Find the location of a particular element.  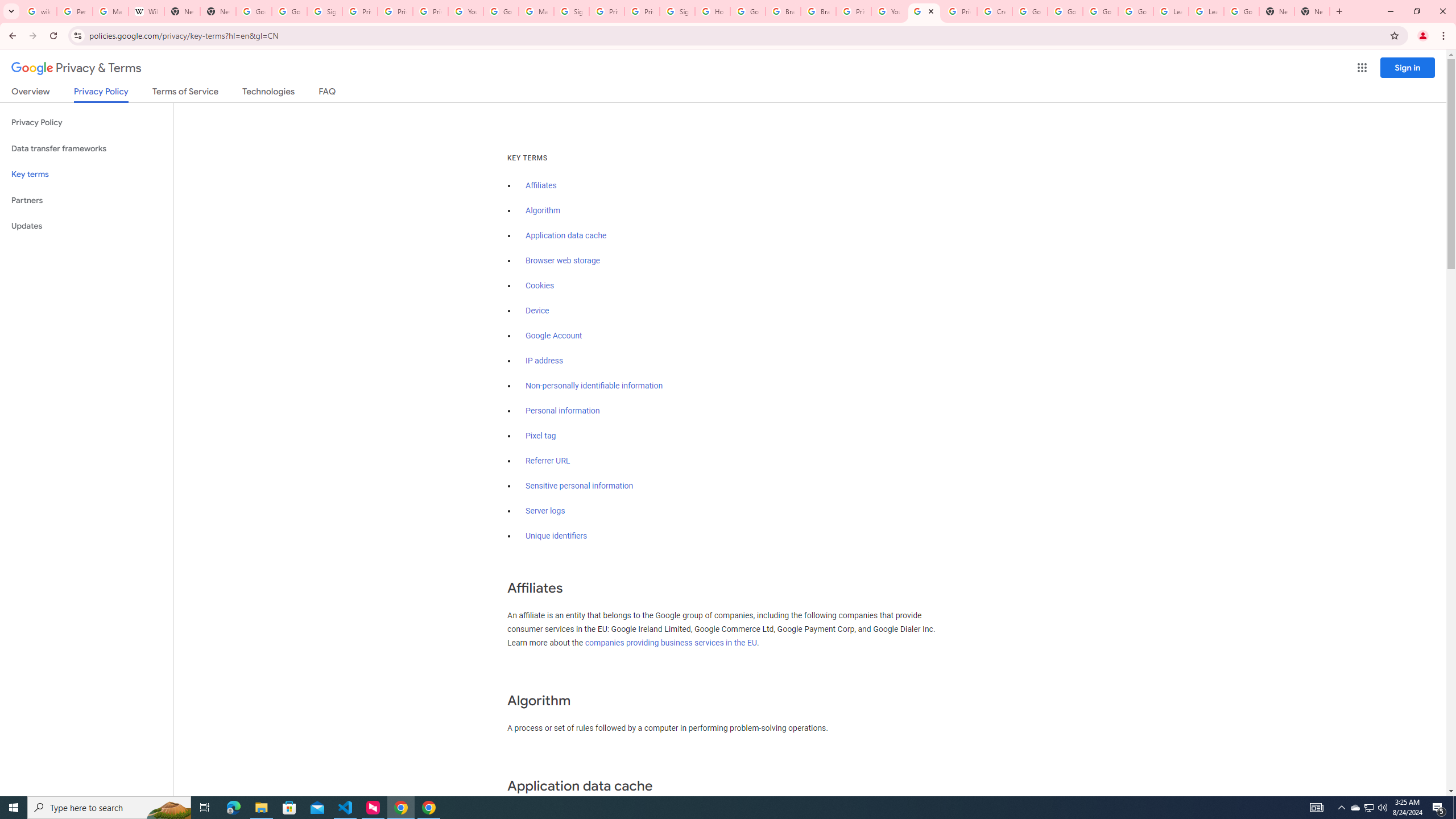

'Referrer URL' is located at coordinates (547, 460).